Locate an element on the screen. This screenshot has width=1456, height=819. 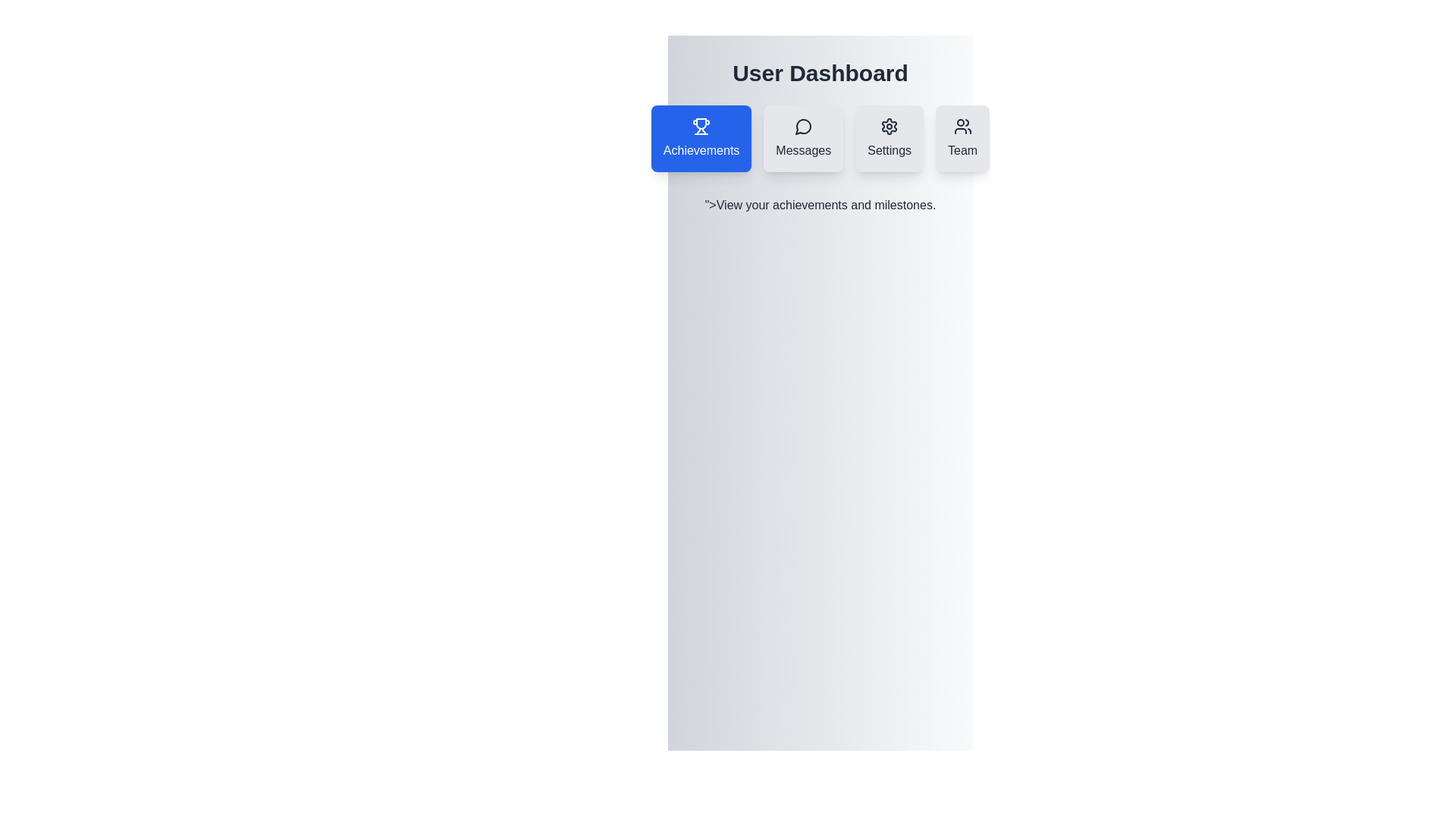
the Achievements tab to navigate to its content is located at coordinates (701, 138).